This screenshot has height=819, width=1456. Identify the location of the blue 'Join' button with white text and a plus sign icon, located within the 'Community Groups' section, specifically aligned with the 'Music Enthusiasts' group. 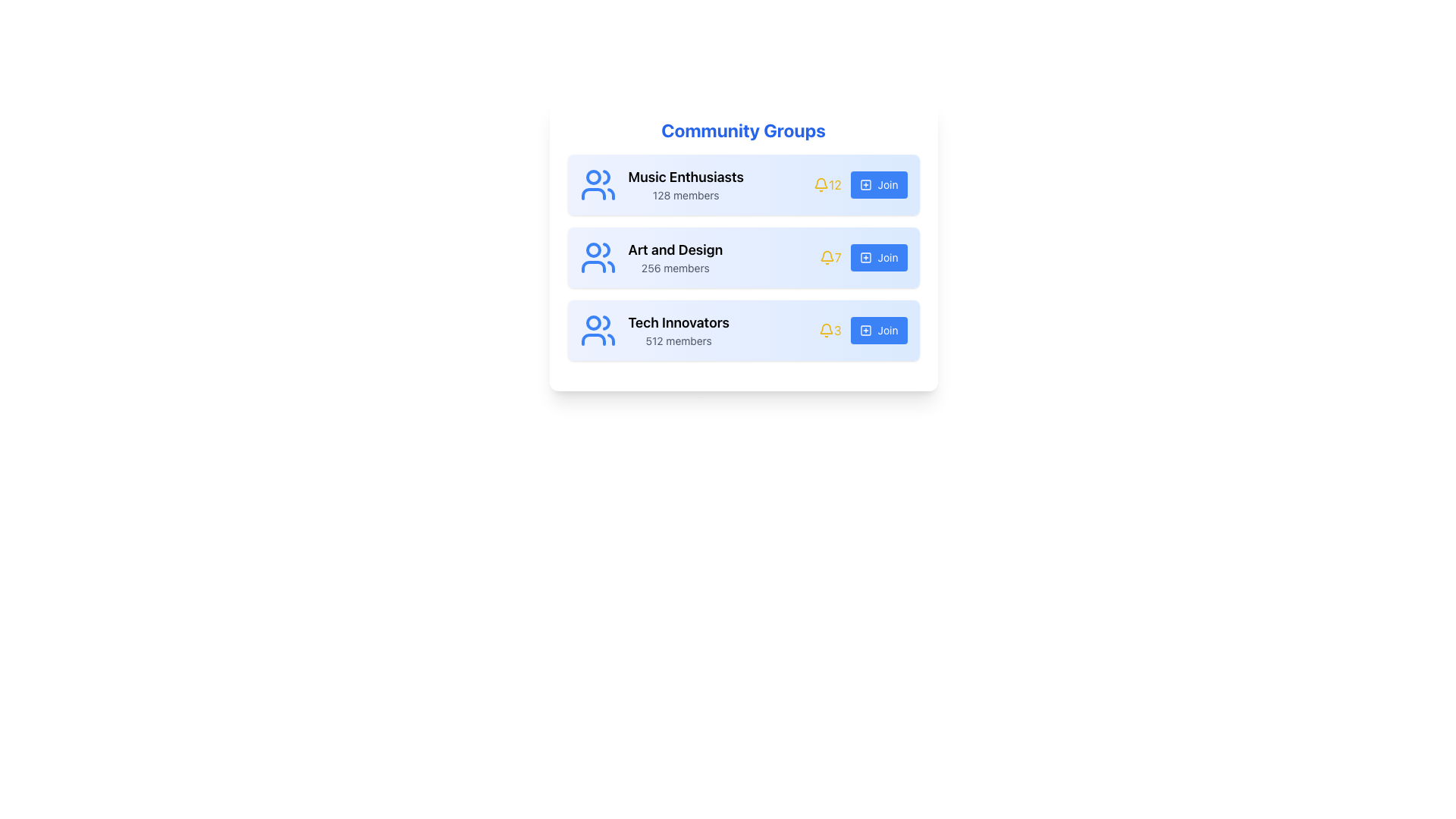
(879, 184).